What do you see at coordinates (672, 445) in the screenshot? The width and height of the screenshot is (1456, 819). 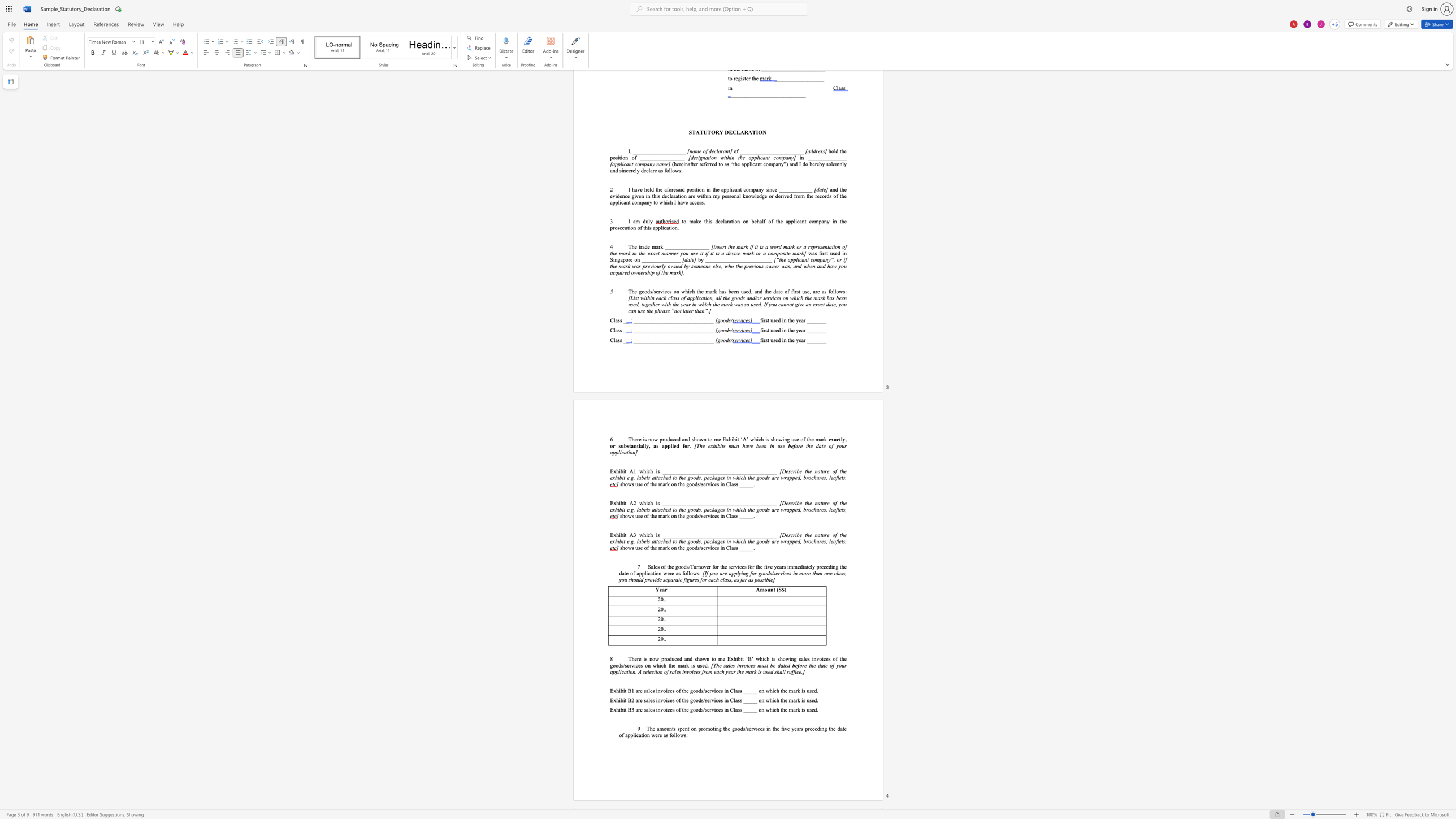 I see `the 1th character "i" in the text` at bounding box center [672, 445].